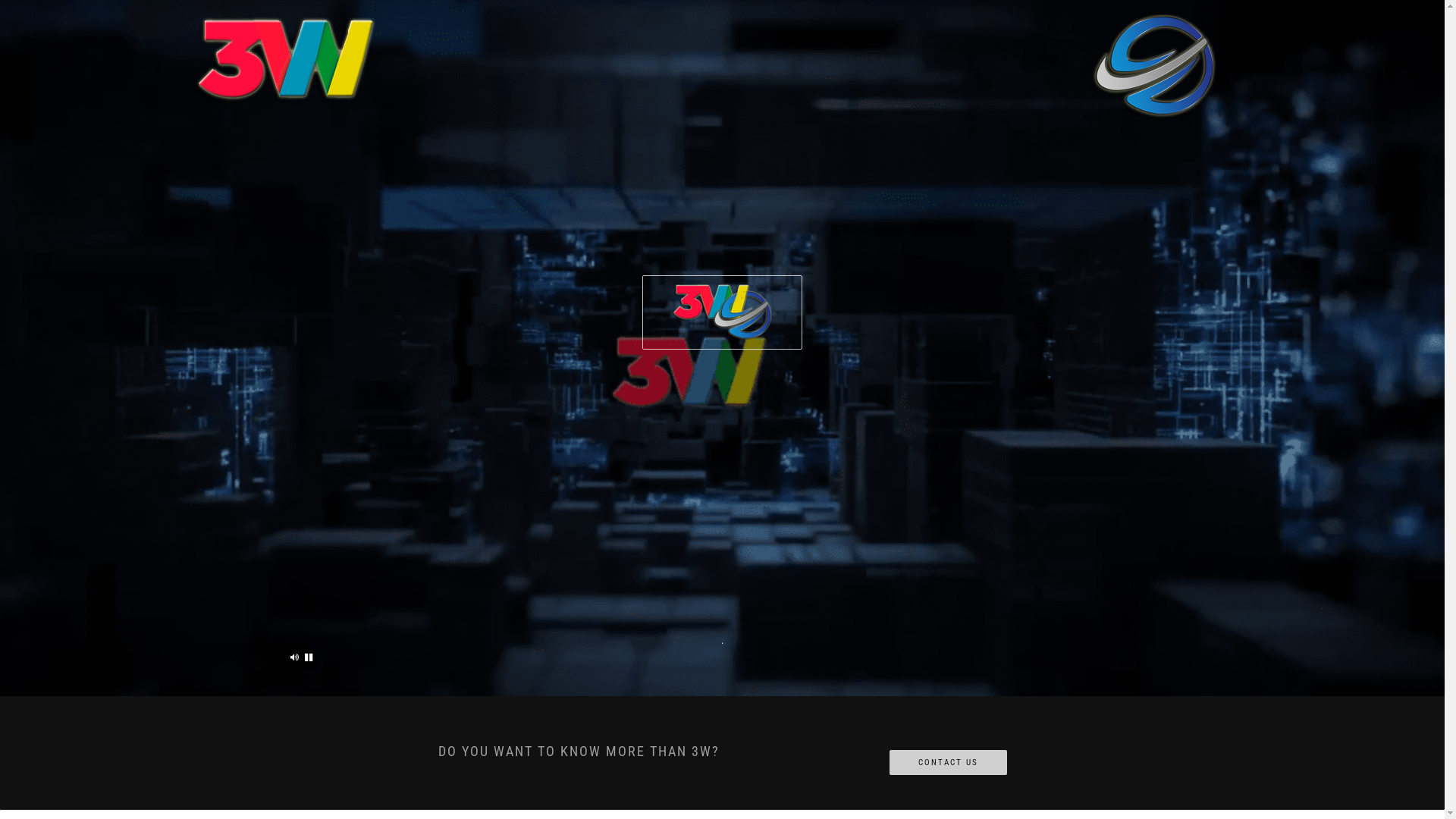 The width and height of the screenshot is (1456, 819). Describe the element at coordinates (309, 657) in the screenshot. I see `' '` at that location.